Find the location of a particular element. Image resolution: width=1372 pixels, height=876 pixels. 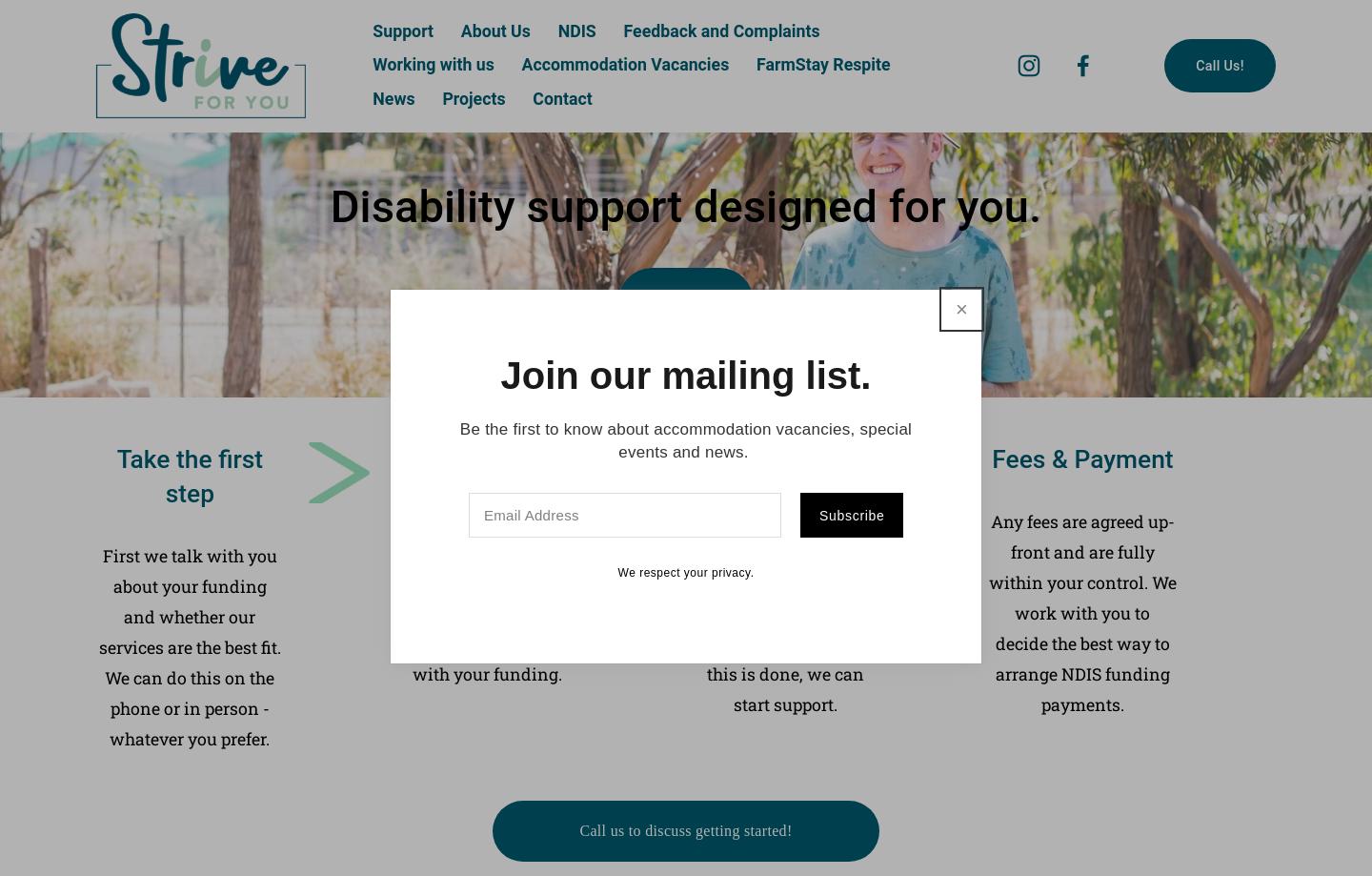

'Co-development' is located at coordinates (486, 458).